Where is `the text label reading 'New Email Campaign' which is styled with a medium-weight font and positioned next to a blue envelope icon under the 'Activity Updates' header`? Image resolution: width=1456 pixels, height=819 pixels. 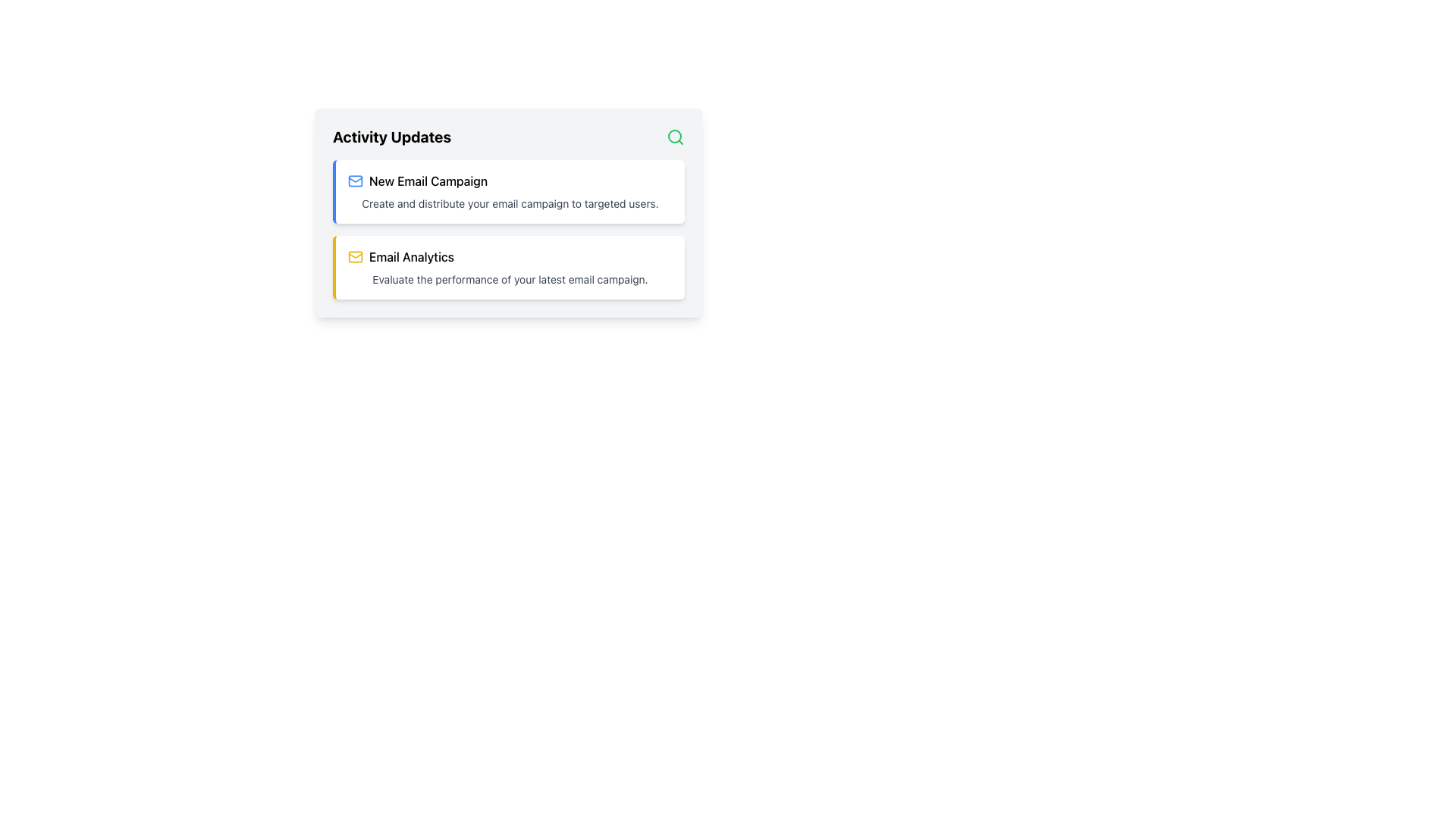
the text label reading 'New Email Campaign' which is styled with a medium-weight font and positioned next to a blue envelope icon under the 'Activity Updates' header is located at coordinates (428, 180).